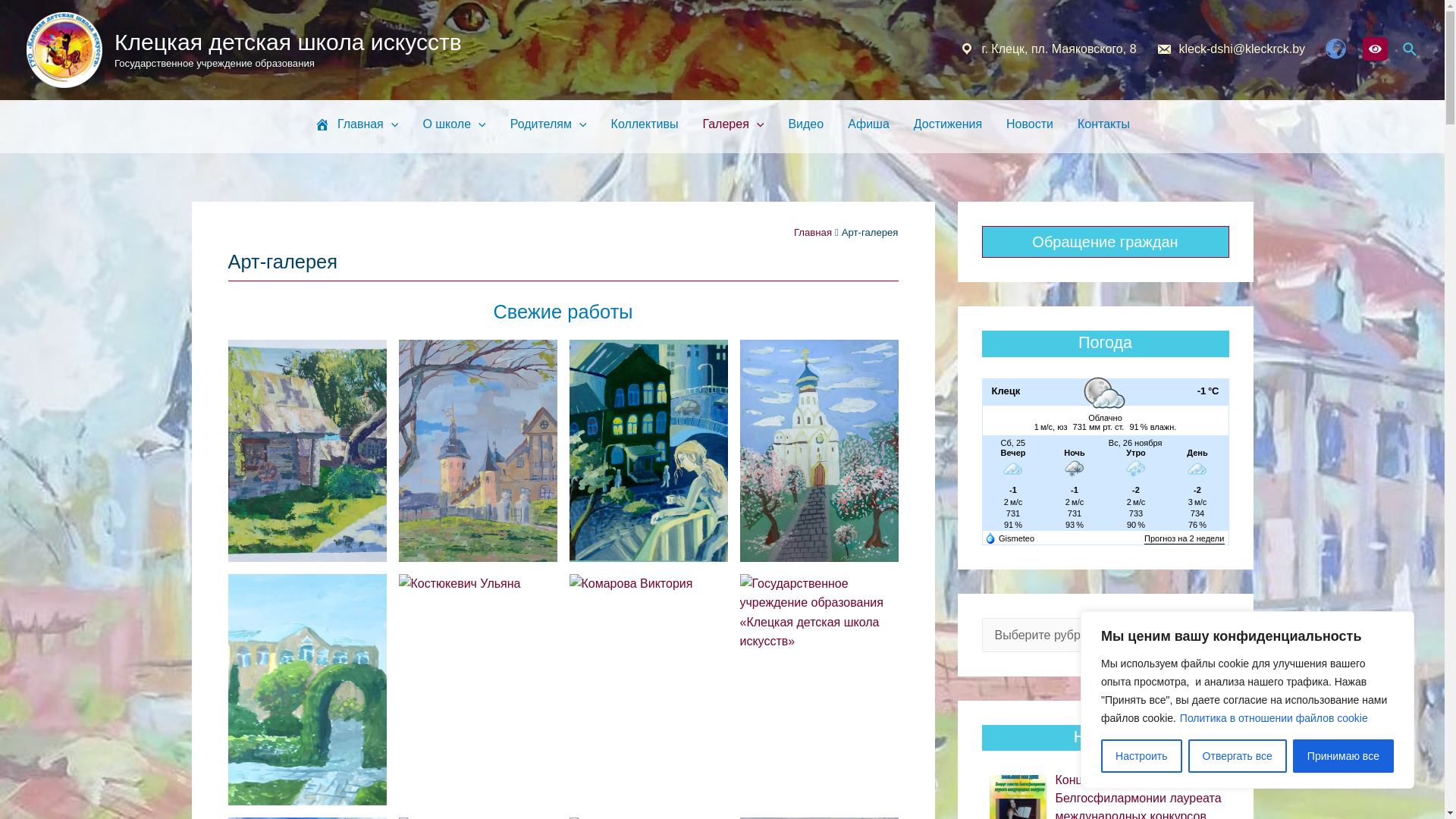 This screenshot has width=1456, height=819. Describe the element at coordinates (1228, 49) in the screenshot. I see `'kleck-dshi@kleckrck.by'` at that location.